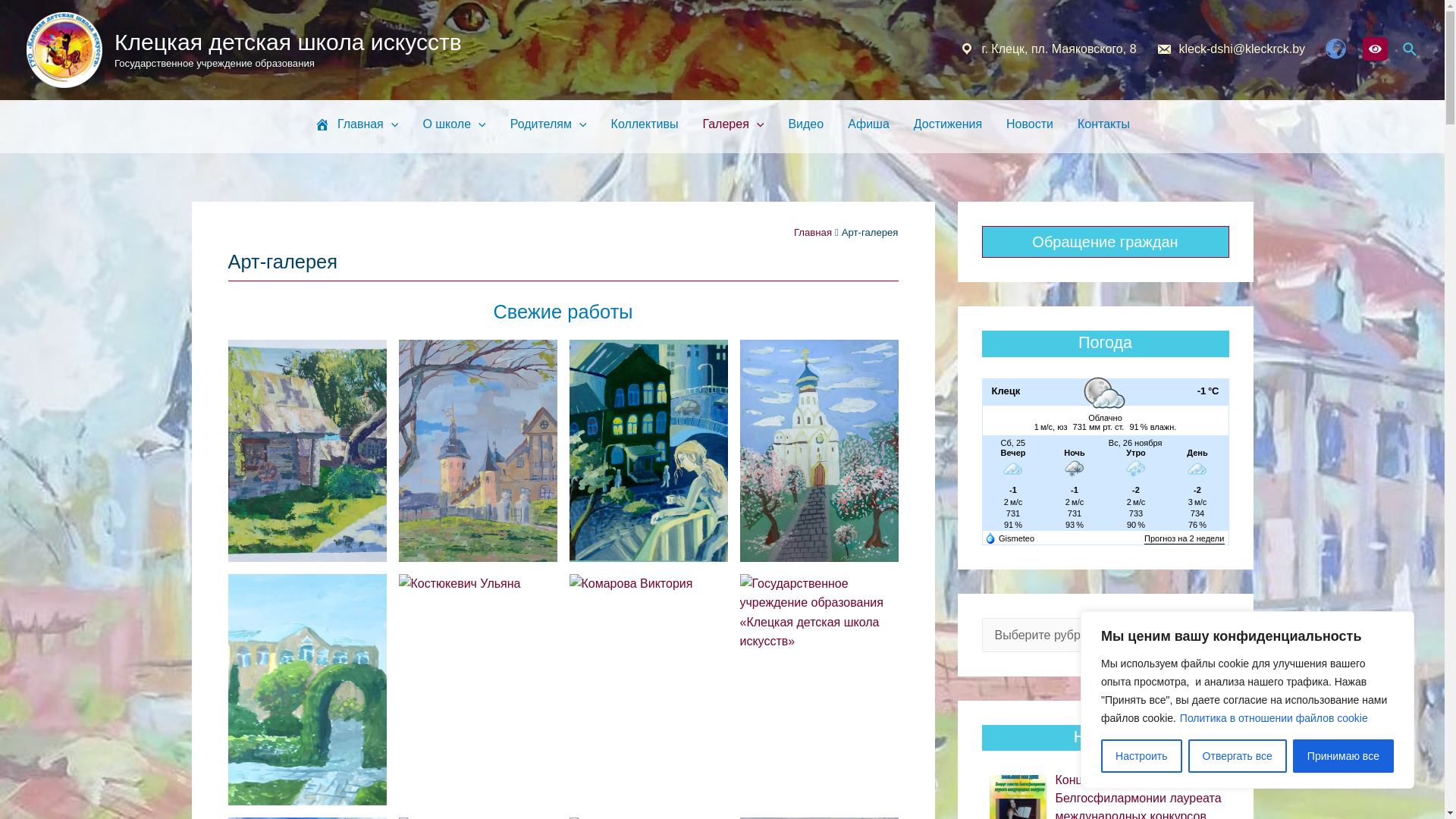 This screenshot has width=1456, height=819. Describe the element at coordinates (1228, 49) in the screenshot. I see `'kleck-dshi@kleckrck.by'` at that location.